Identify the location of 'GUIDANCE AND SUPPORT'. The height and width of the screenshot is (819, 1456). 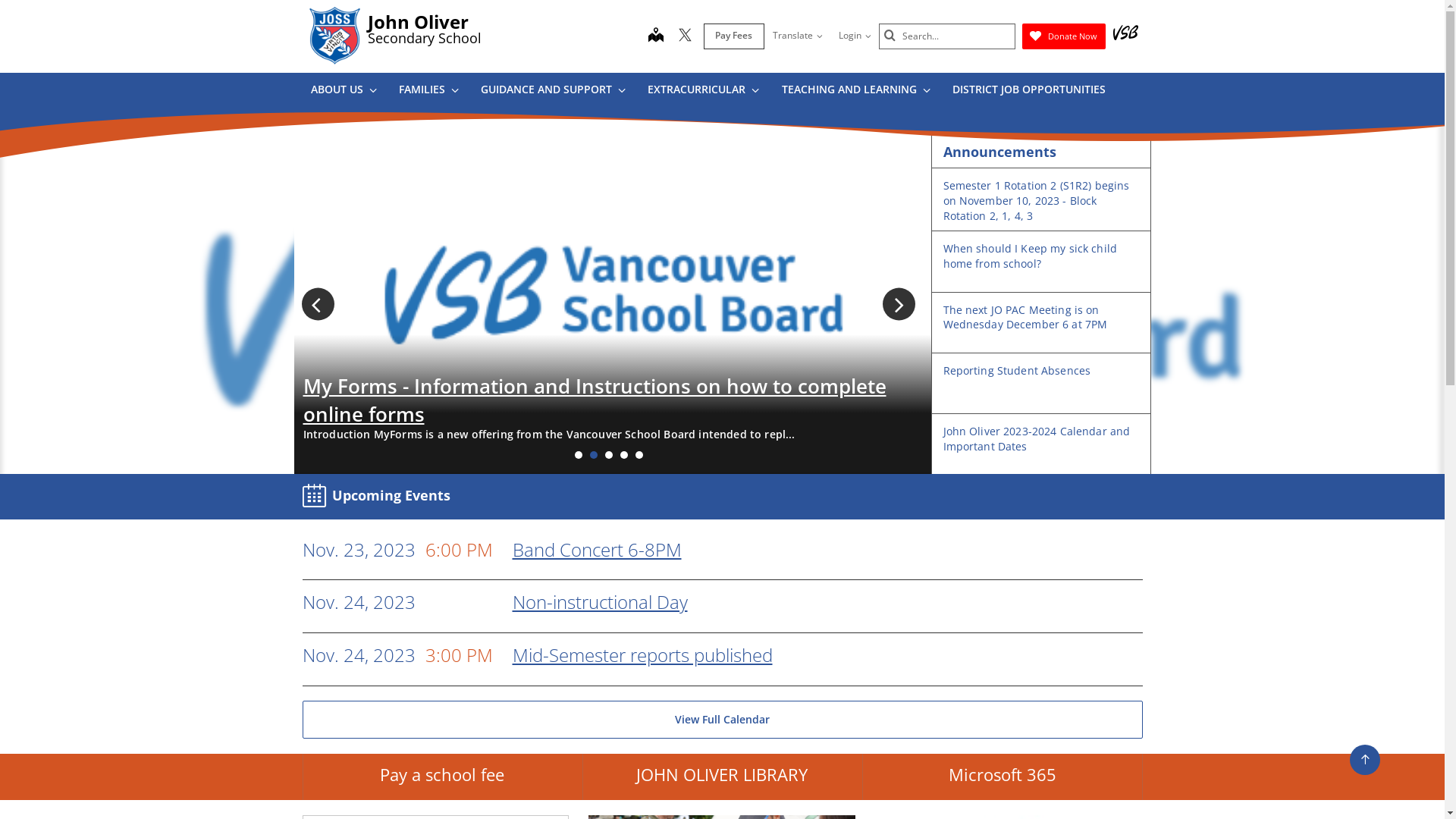
(475, 92).